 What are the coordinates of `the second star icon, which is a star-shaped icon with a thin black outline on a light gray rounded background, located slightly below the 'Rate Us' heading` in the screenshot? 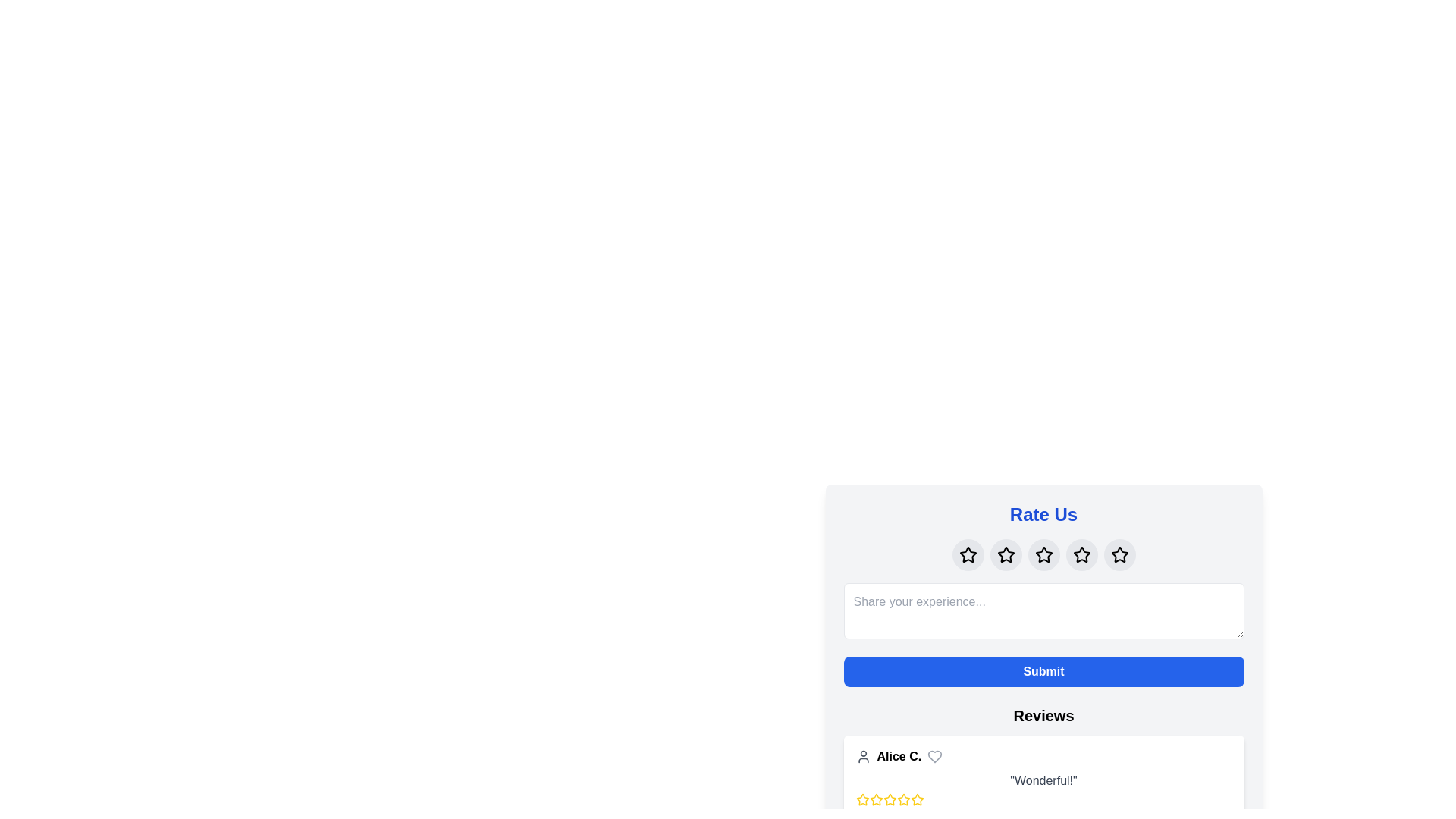 It's located at (1006, 555).